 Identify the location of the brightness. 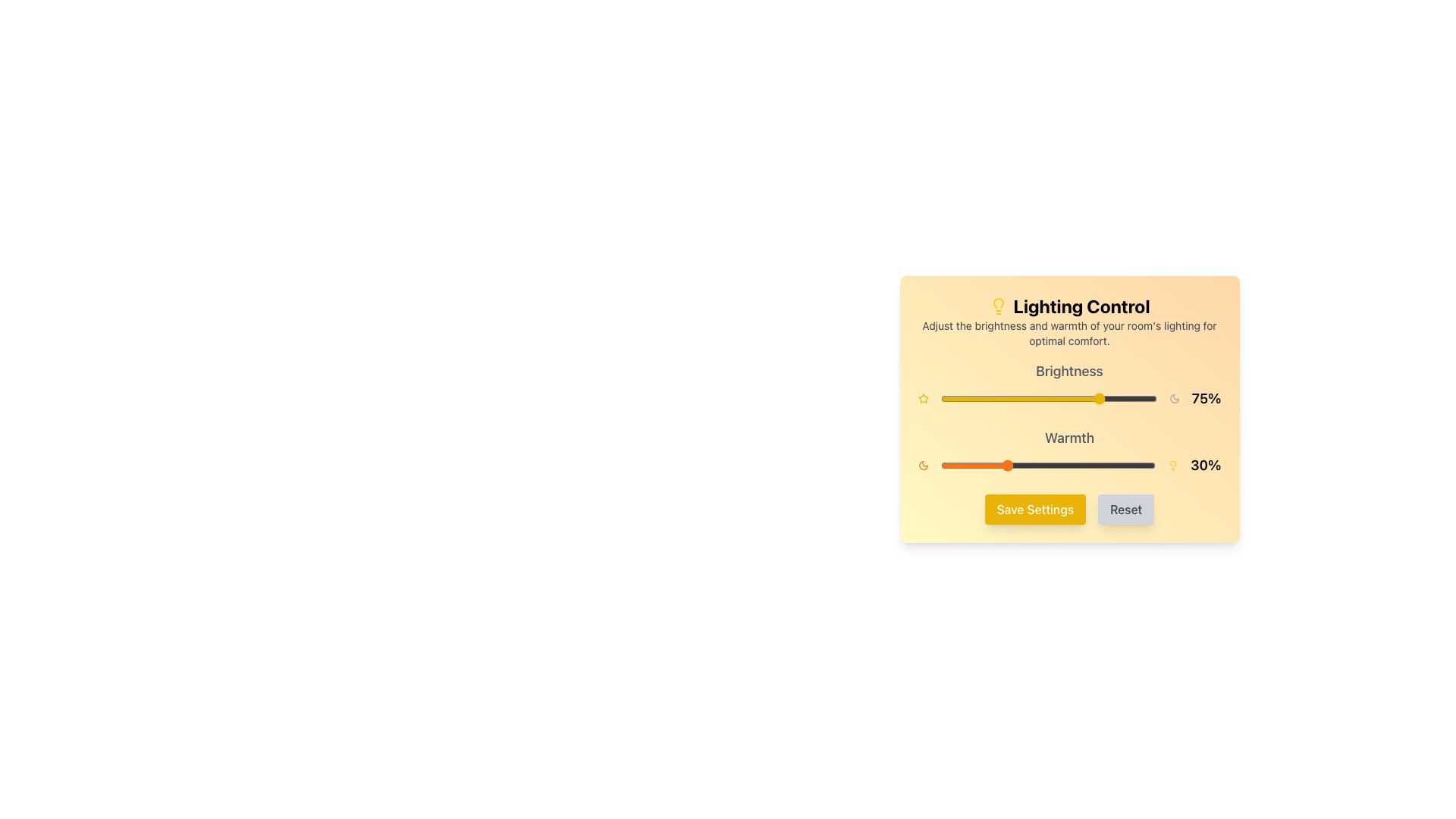
(1022, 397).